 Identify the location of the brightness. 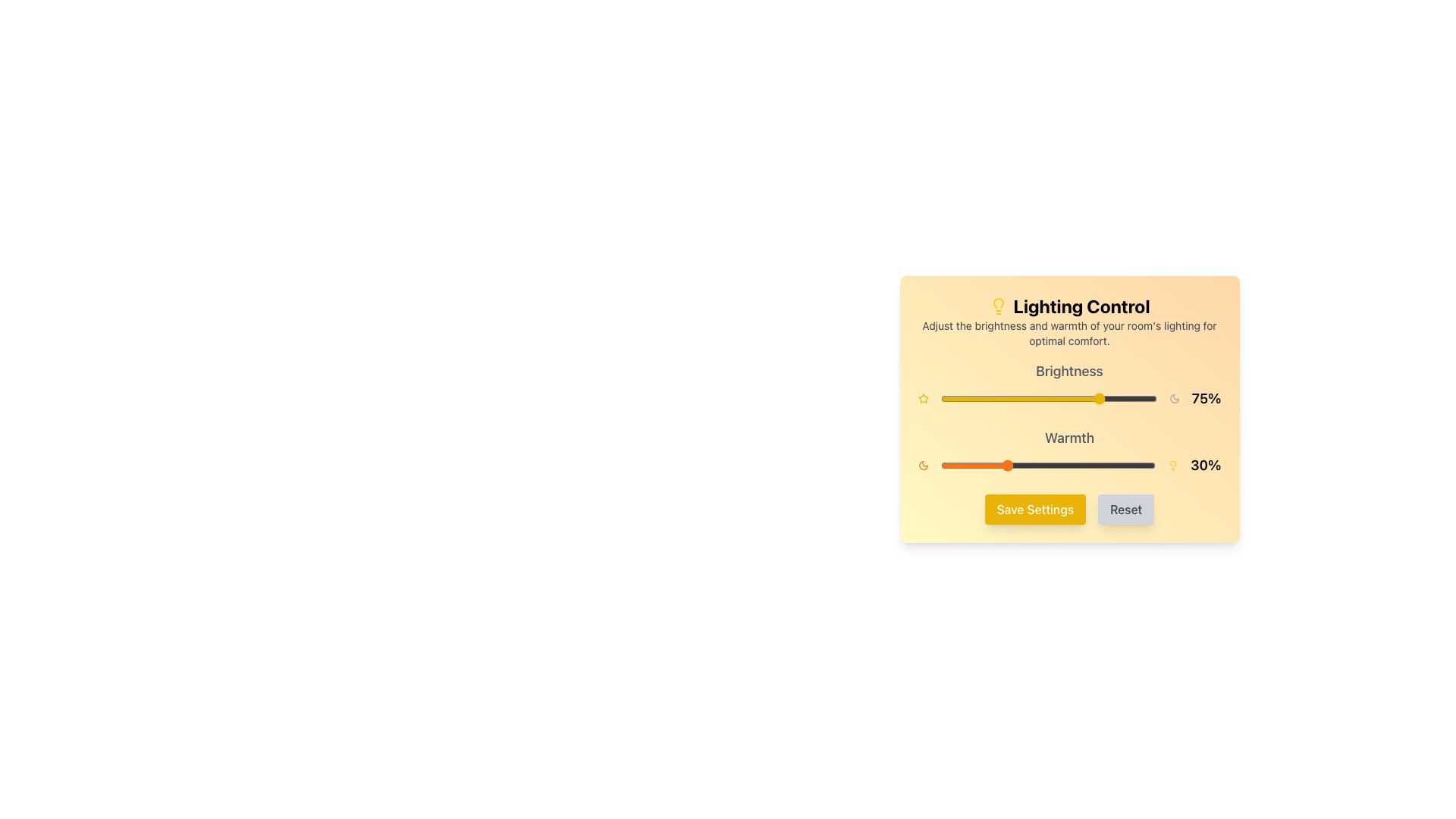
(1022, 397).